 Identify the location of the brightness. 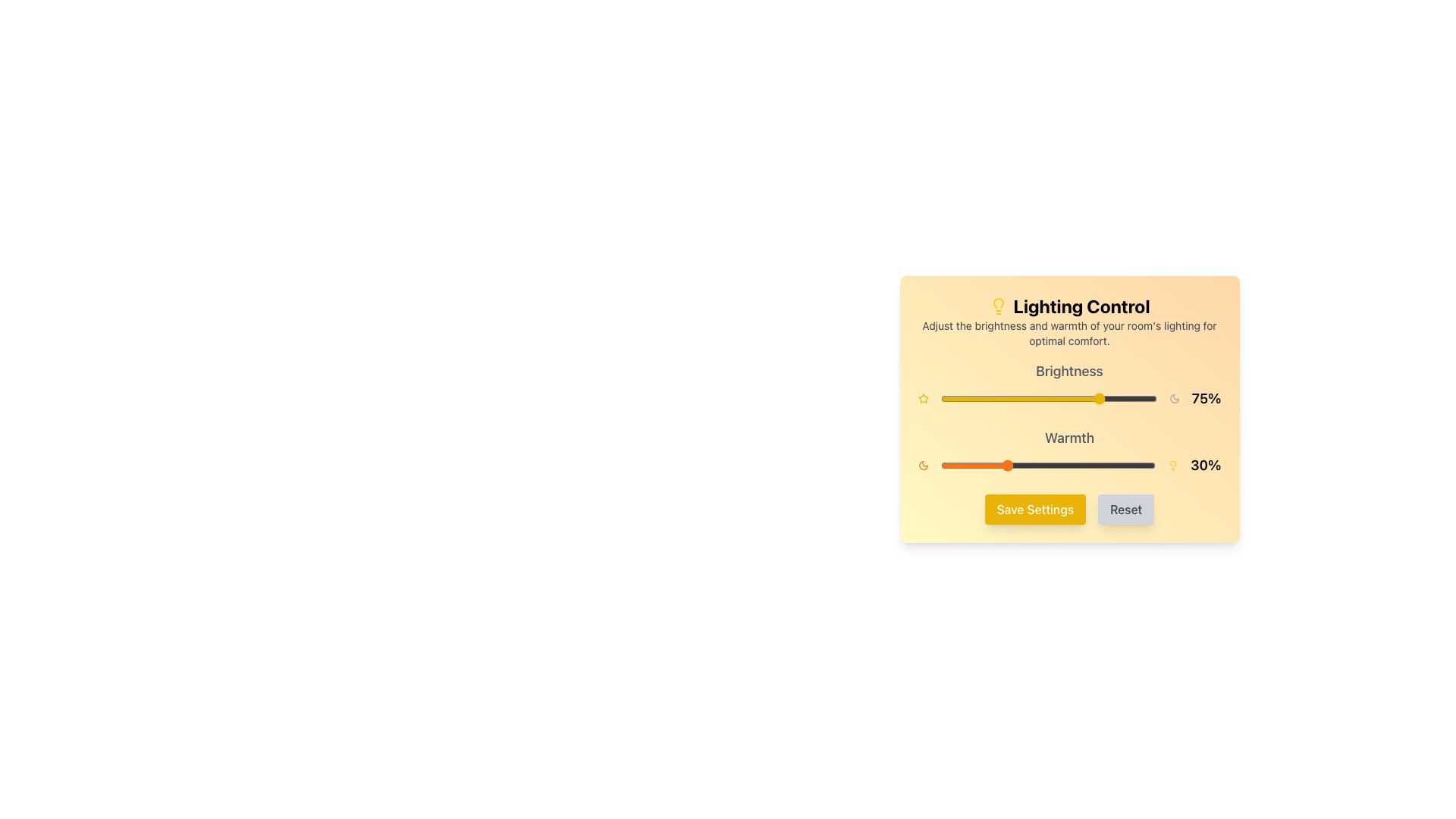
(1022, 397).